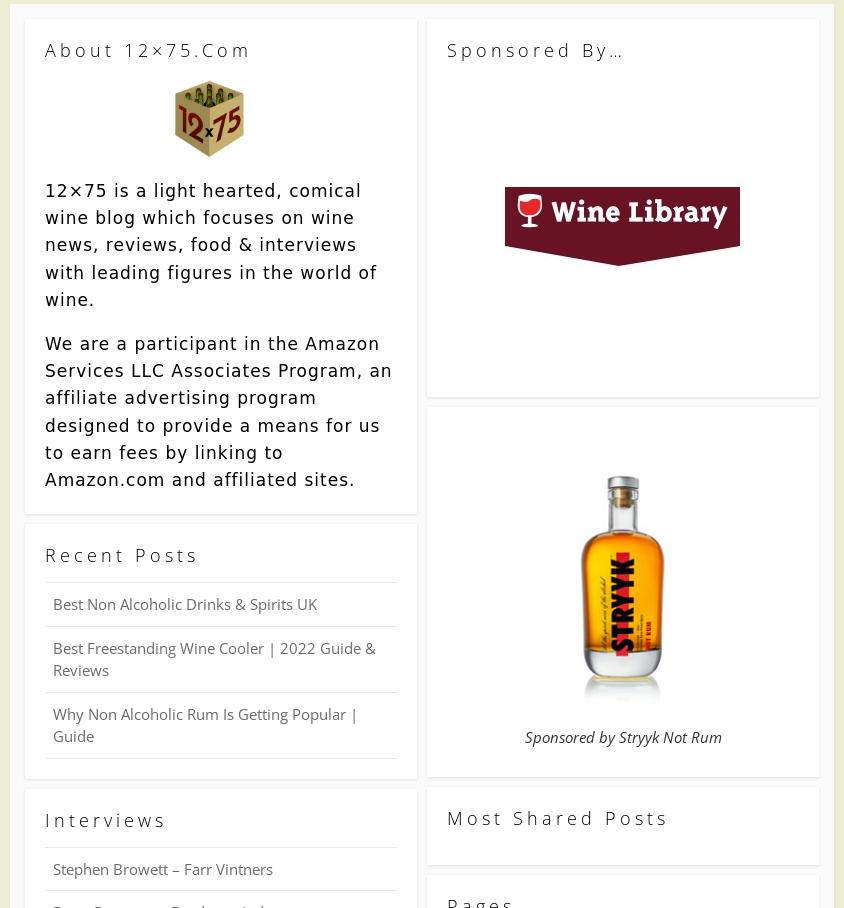  What do you see at coordinates (205, 724) in the screenshot?
I see `'Why Non Alcoholic Rum Is Getting Popular | Guide'` at bounding box center [205, 724].